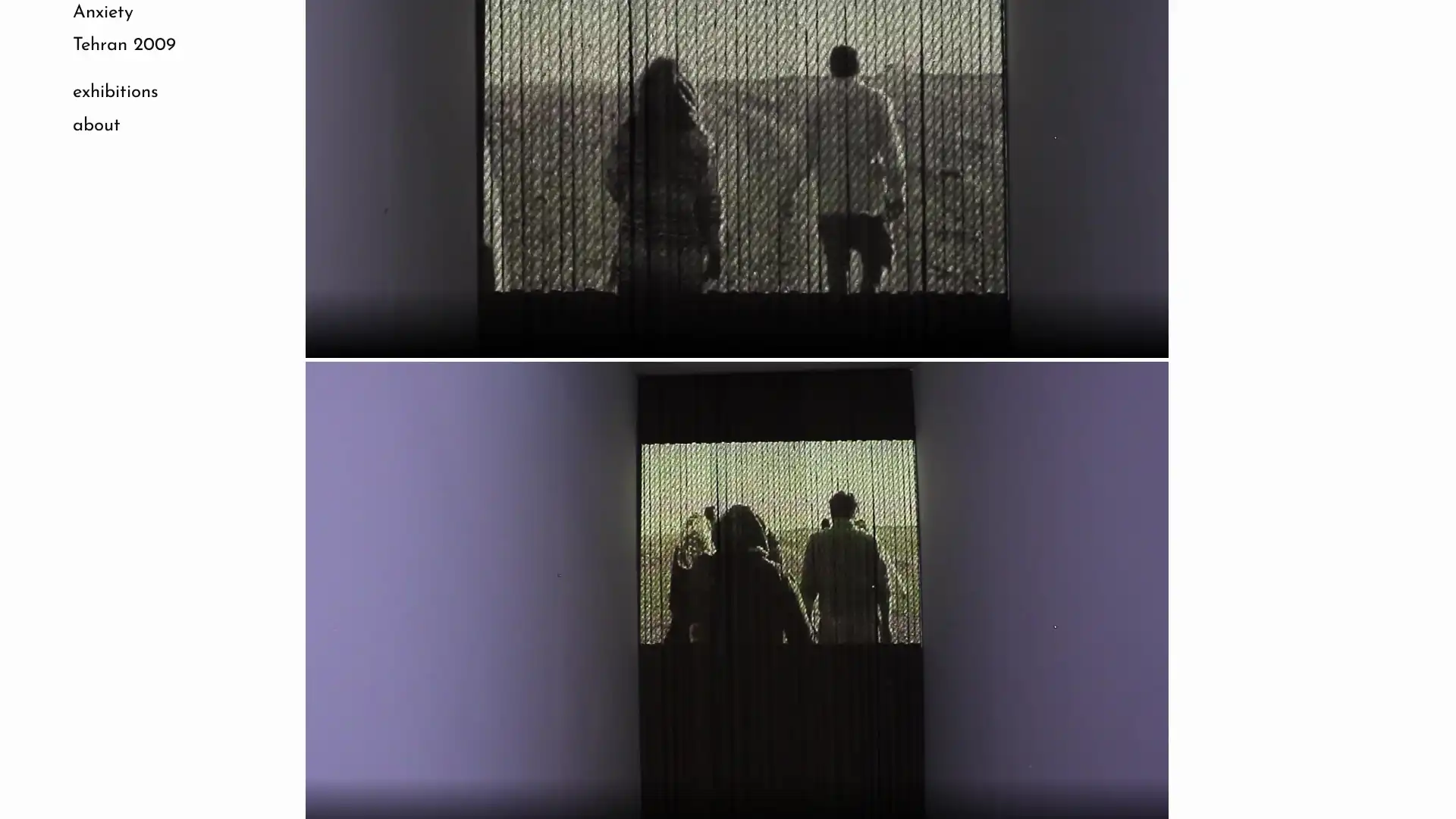 This screenshot has width=1456, height=819. I want to click on enter full screen, so click(1113, 320).